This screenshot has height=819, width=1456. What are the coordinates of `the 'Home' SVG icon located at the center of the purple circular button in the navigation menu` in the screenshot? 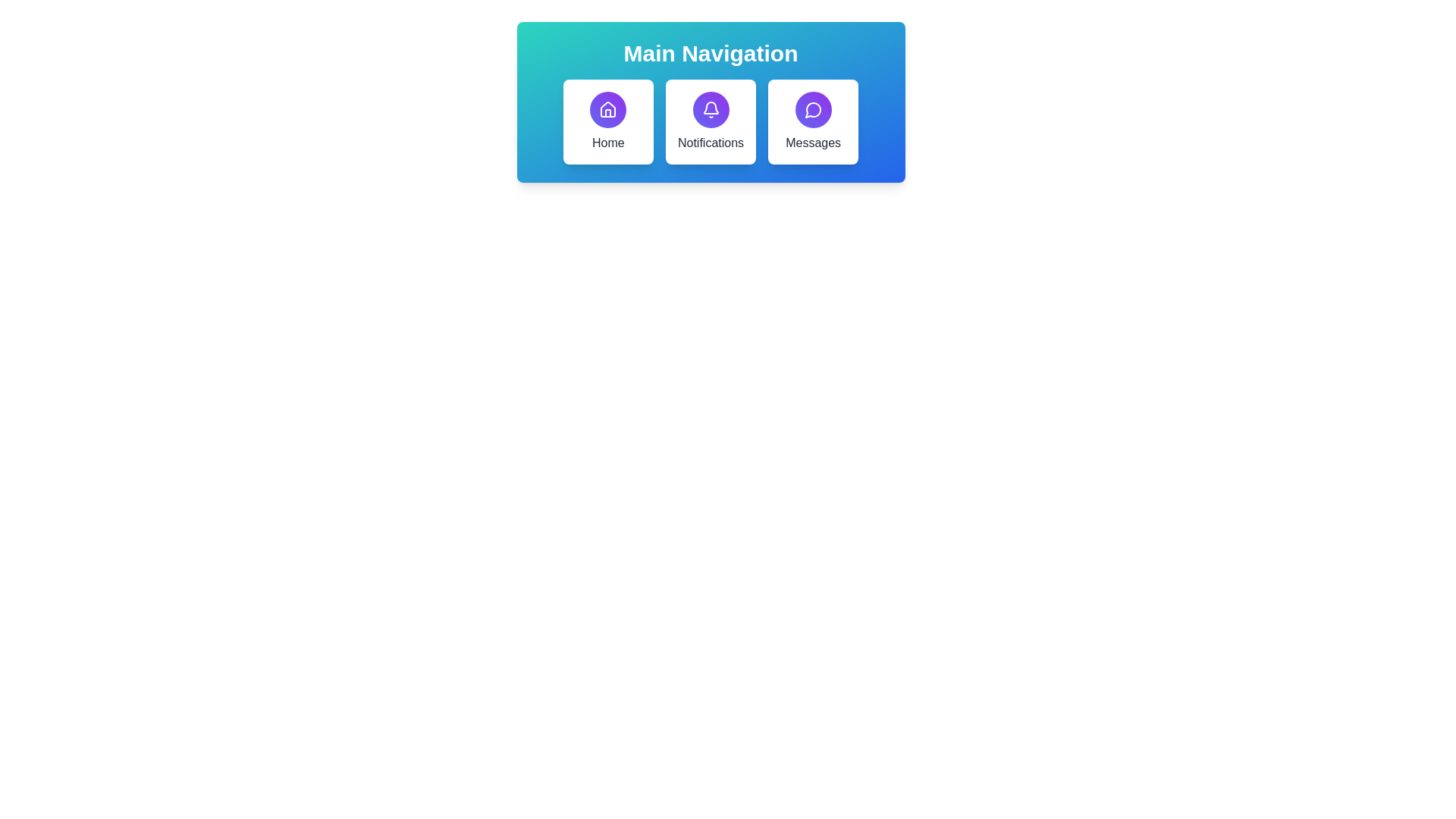 It's located at (608, 108).